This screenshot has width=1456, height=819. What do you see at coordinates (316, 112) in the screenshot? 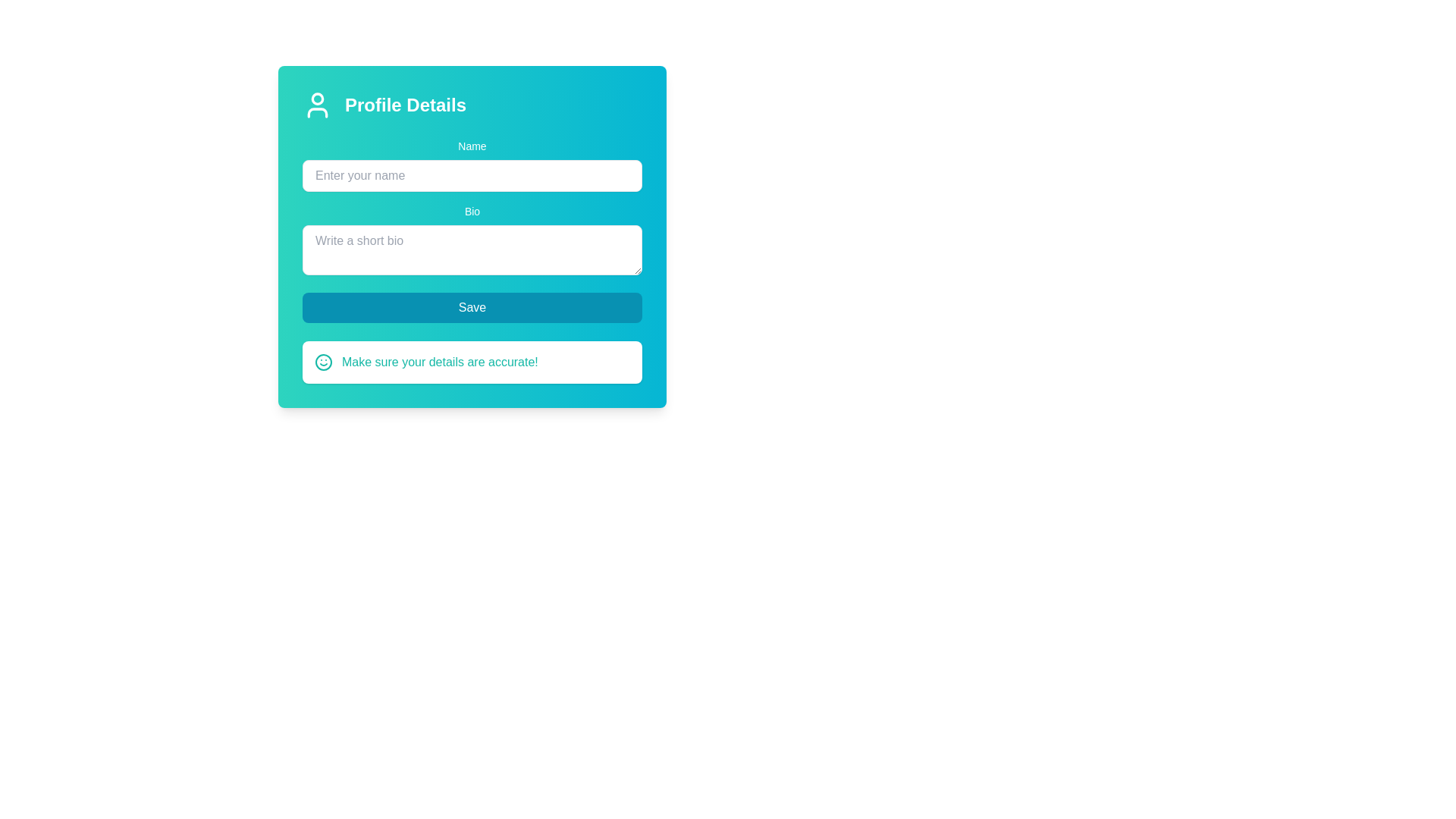
I see `the decorative user icon's shoulders and chest outline, which is part of the user profile icon section in the 'Profile Details' modal window` at bounding box center [316, 112].